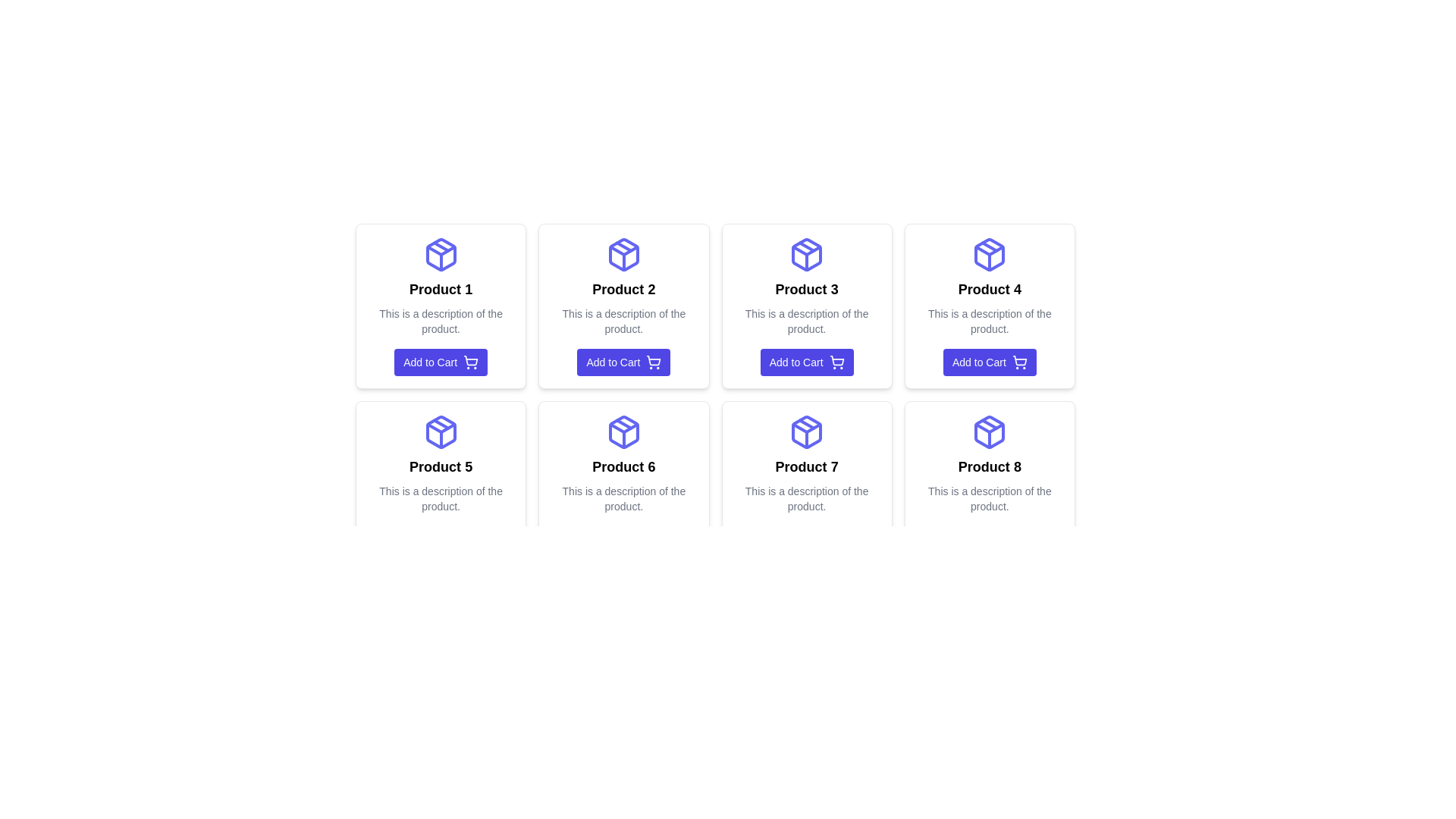 The image size is (1456, 819). I want to click on the Decorative Icon representing the product in 'Product 4', located at the top center of the card above the product name, so click(990, 253).